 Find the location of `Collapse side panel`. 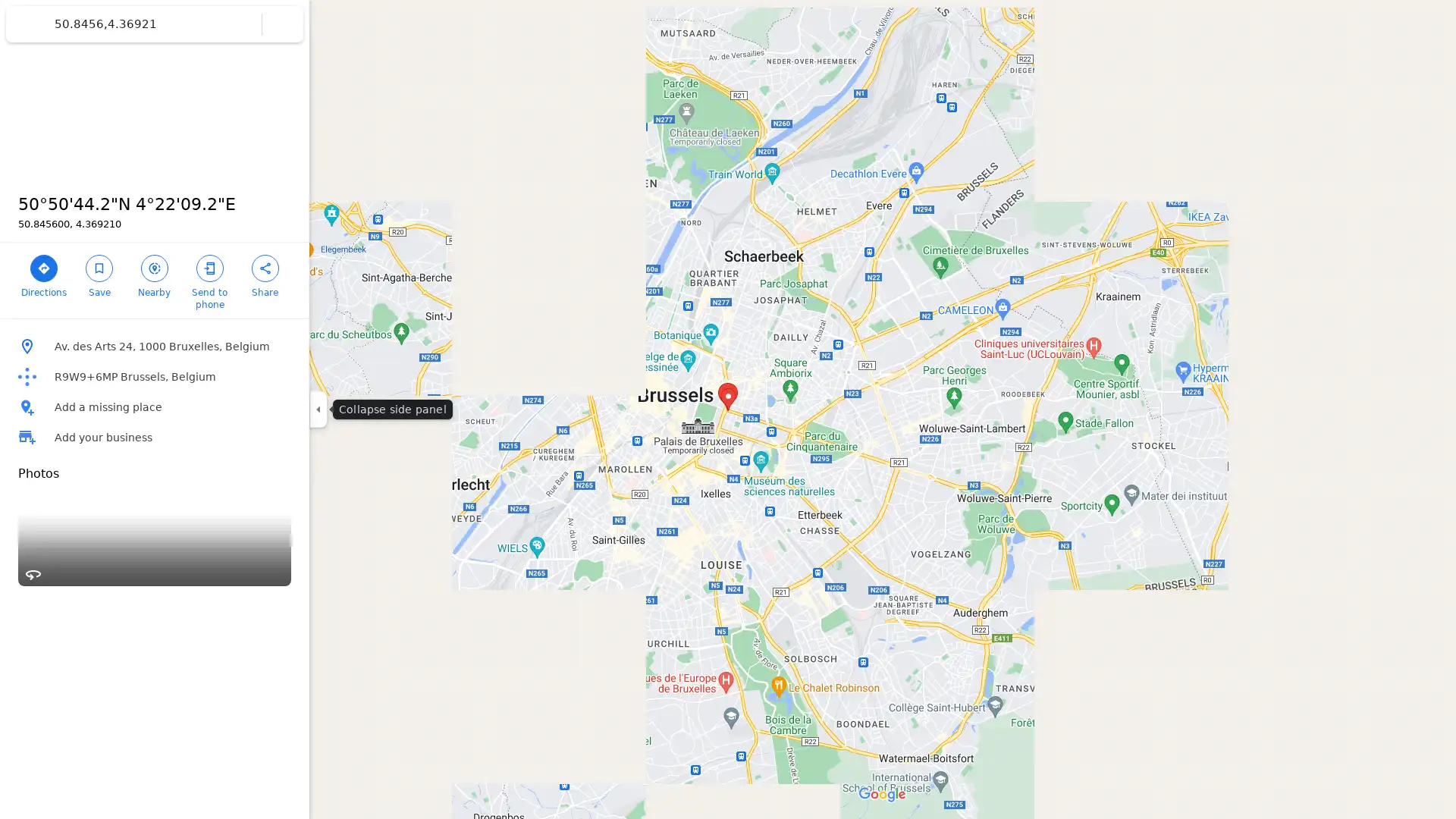

Collapse side panel is located at coordinates (317, 409).